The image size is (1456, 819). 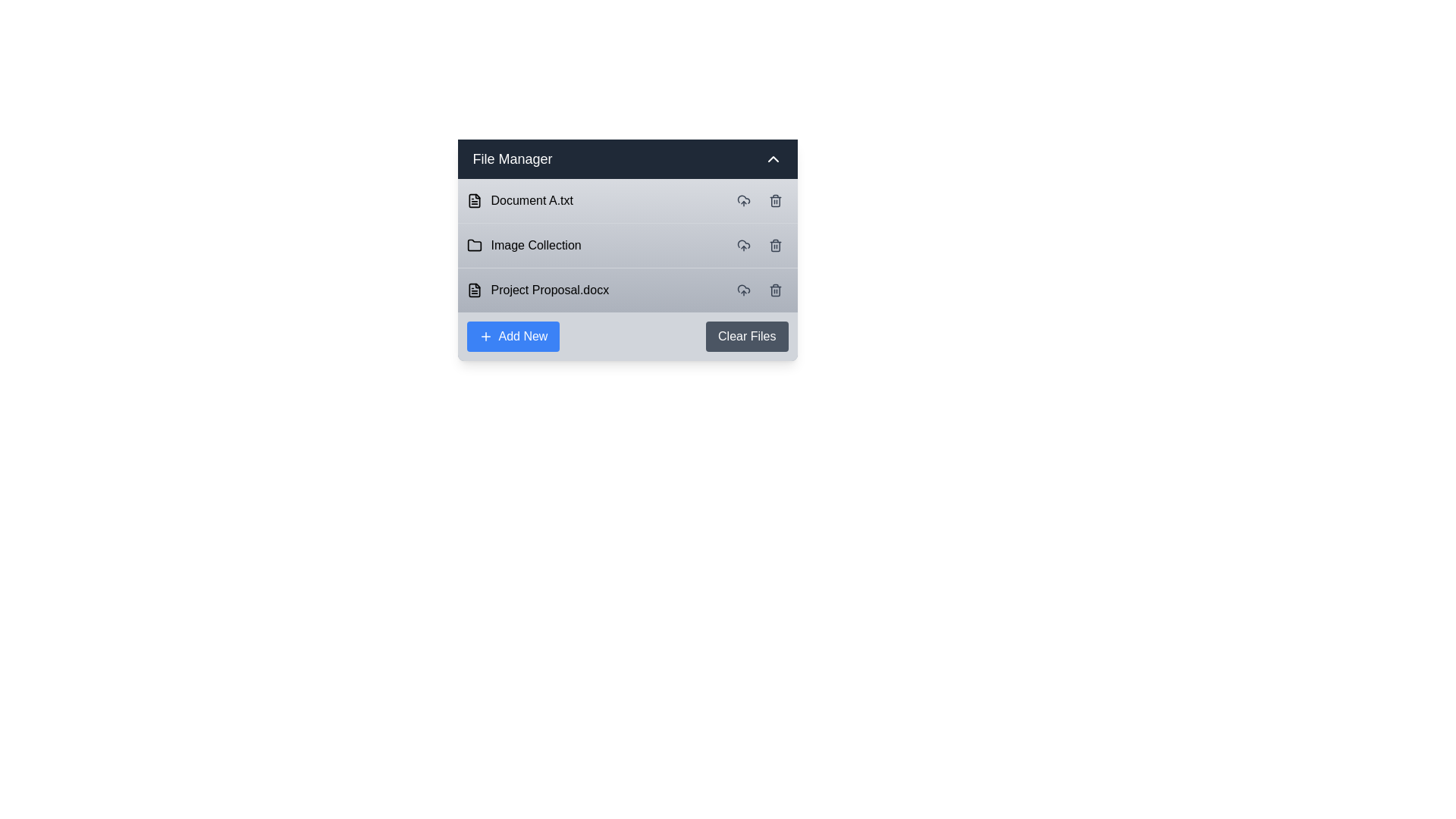 I want to click on the 'Add New' button to add a new file to the list, so click(x=513, y=335).